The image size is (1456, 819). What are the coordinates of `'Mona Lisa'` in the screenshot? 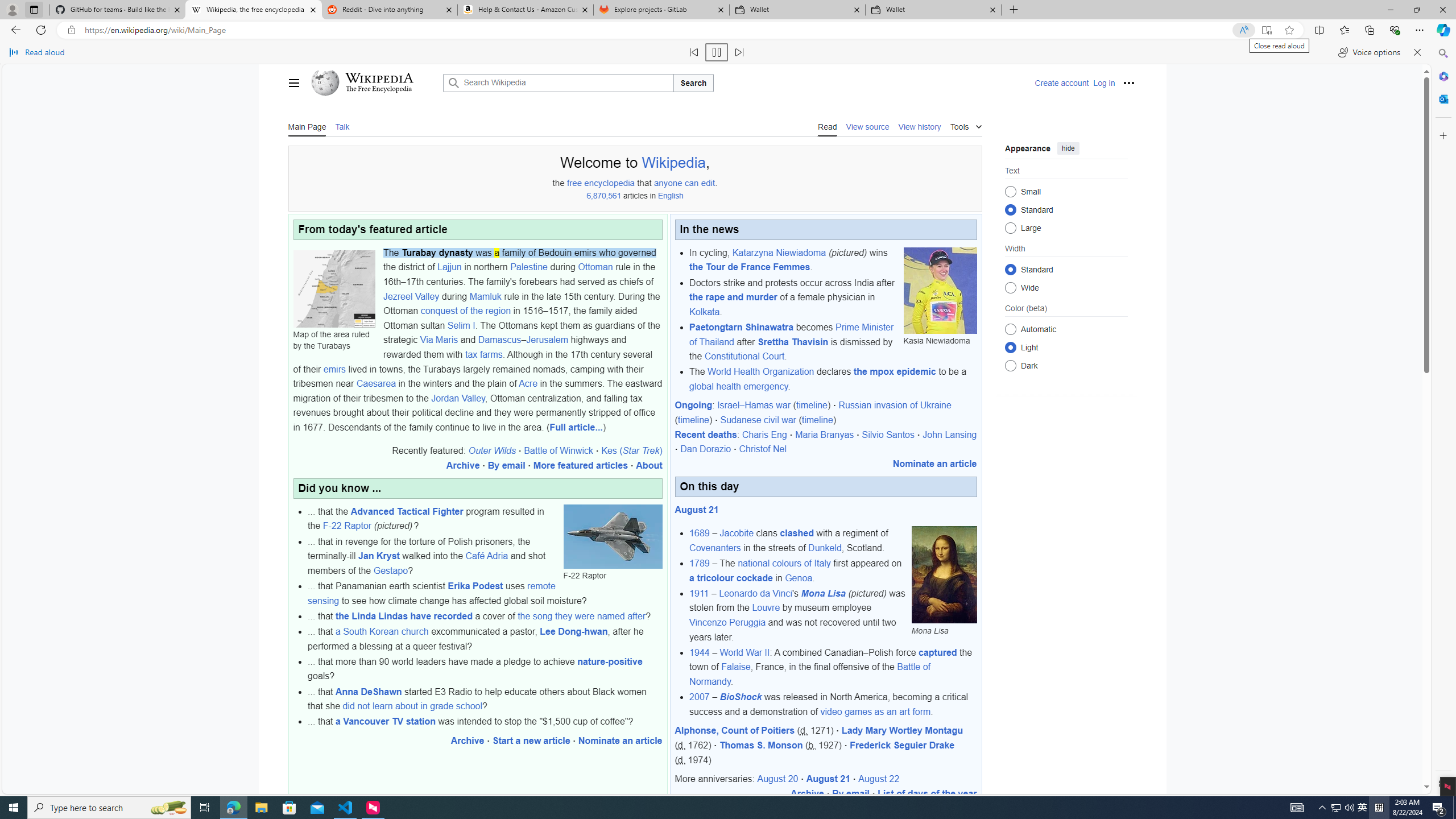 It's located at (944, 574).